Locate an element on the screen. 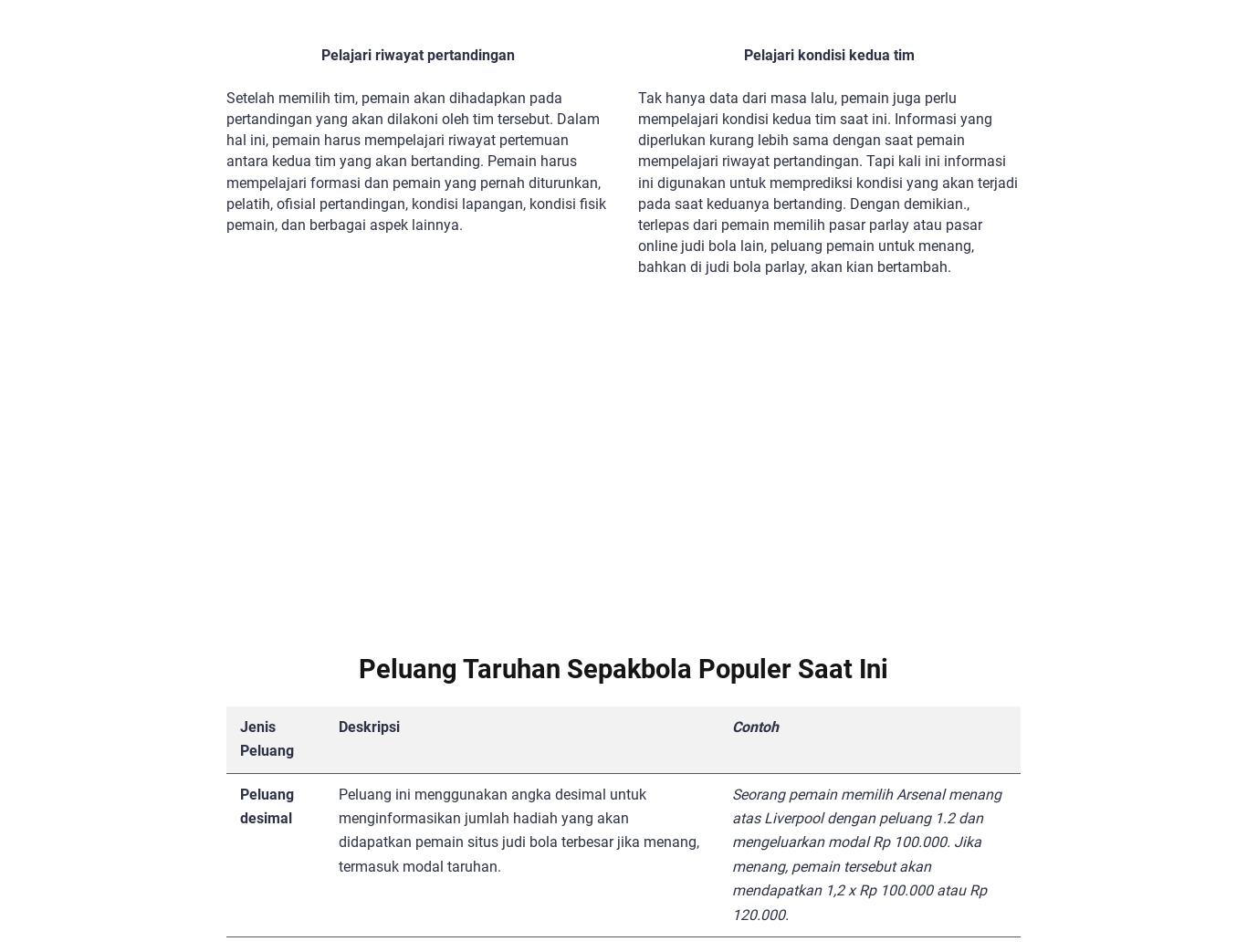 This screenshot has height=952, width=1247. 'Pelajari kondisi kedua tim' is located at coordinates (741, 54).